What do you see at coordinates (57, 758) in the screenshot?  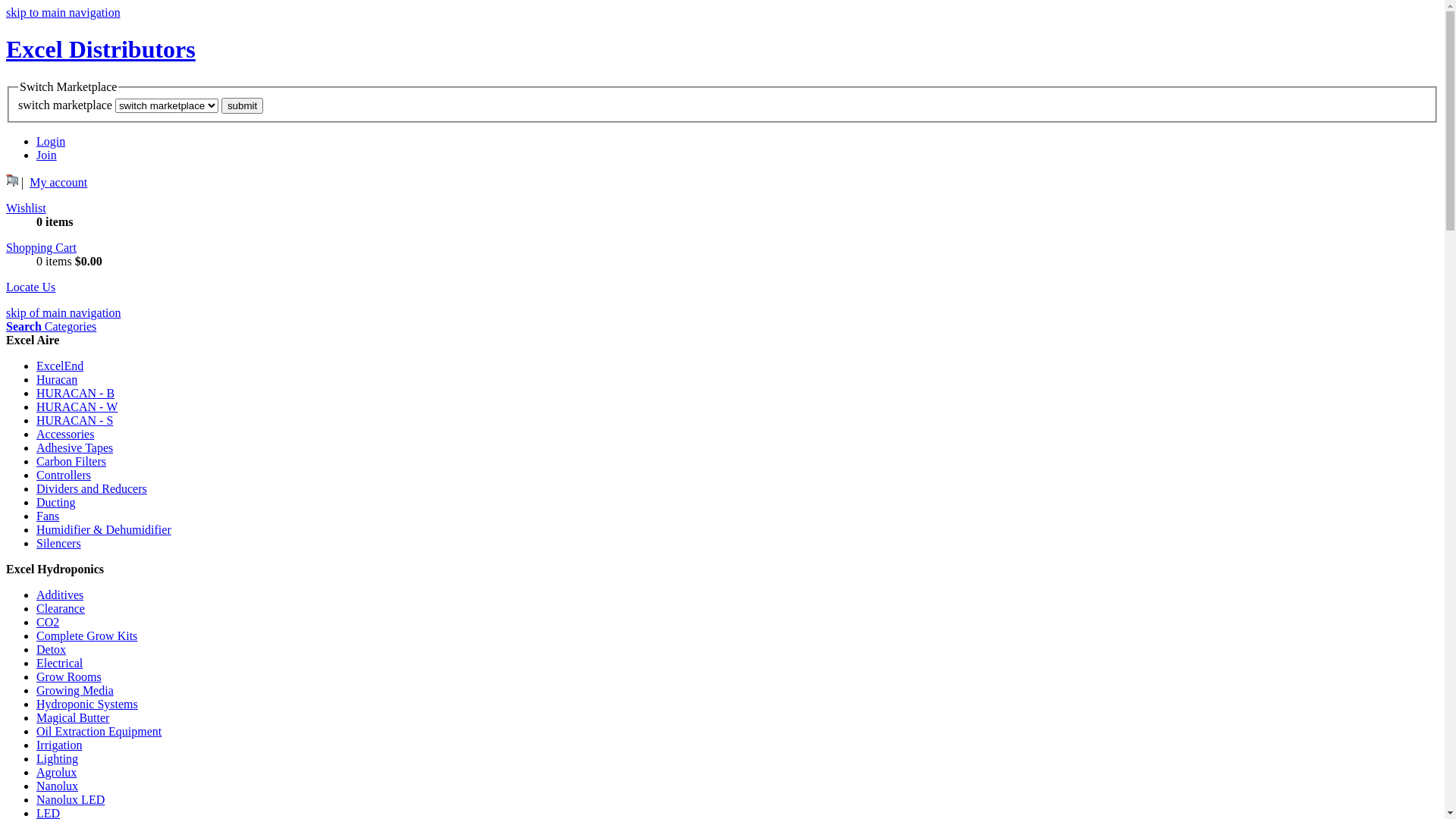 I see `'Lighting'` at bounding box center [57, 758].